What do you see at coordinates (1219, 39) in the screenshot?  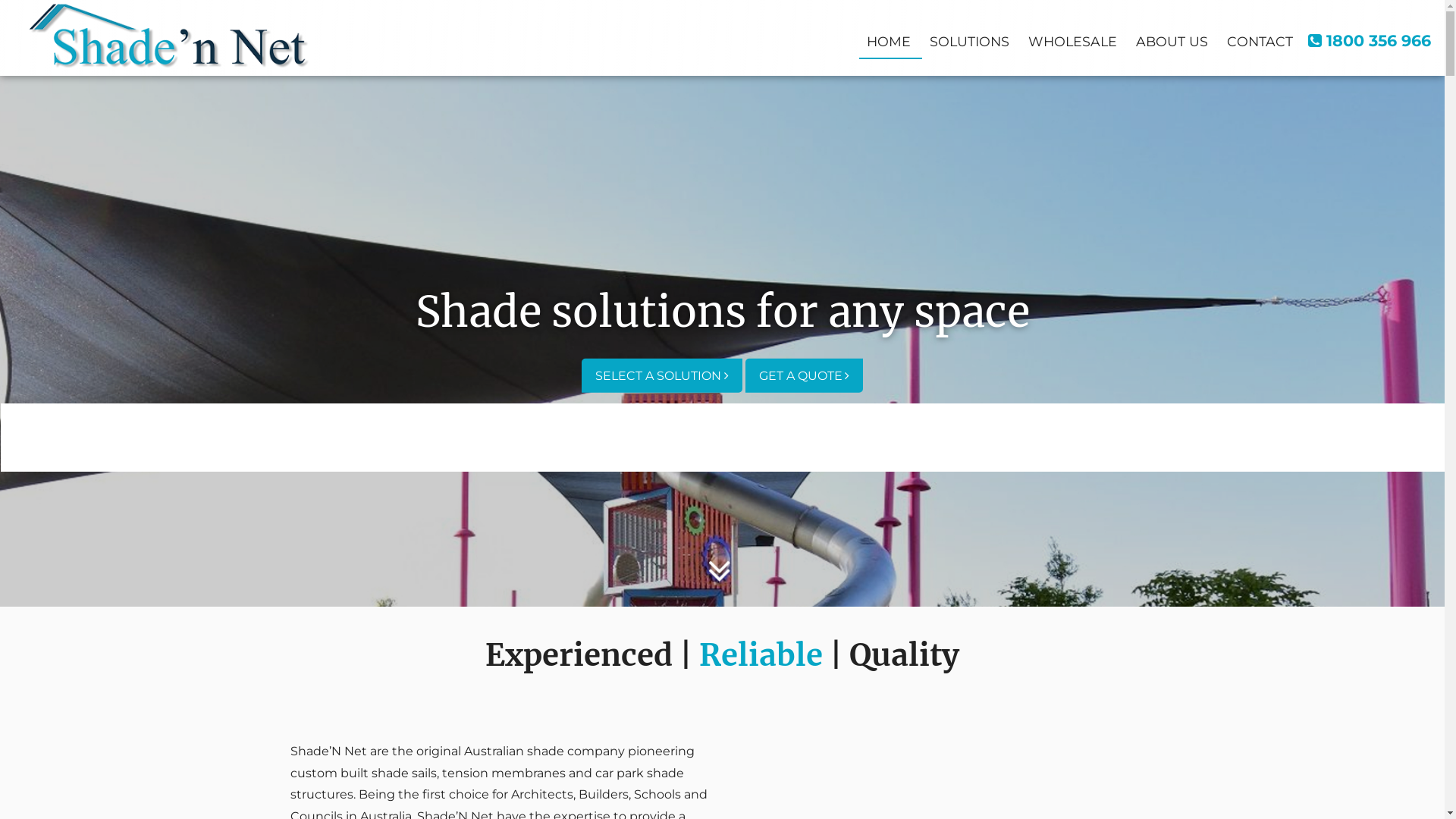 I see `'CONTACT'` at bounding box center [1219, 39].